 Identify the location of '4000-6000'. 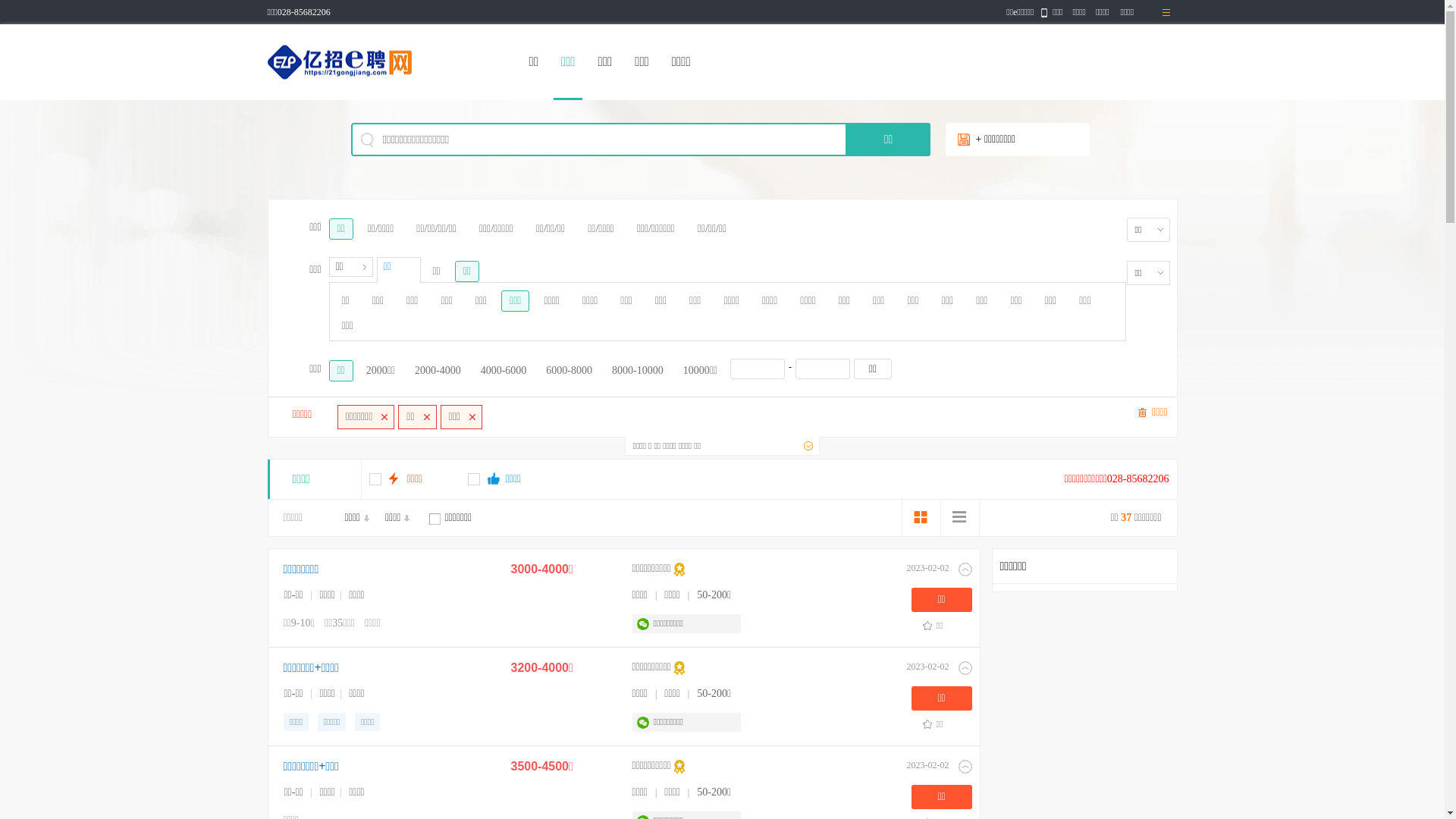
(504, 371).